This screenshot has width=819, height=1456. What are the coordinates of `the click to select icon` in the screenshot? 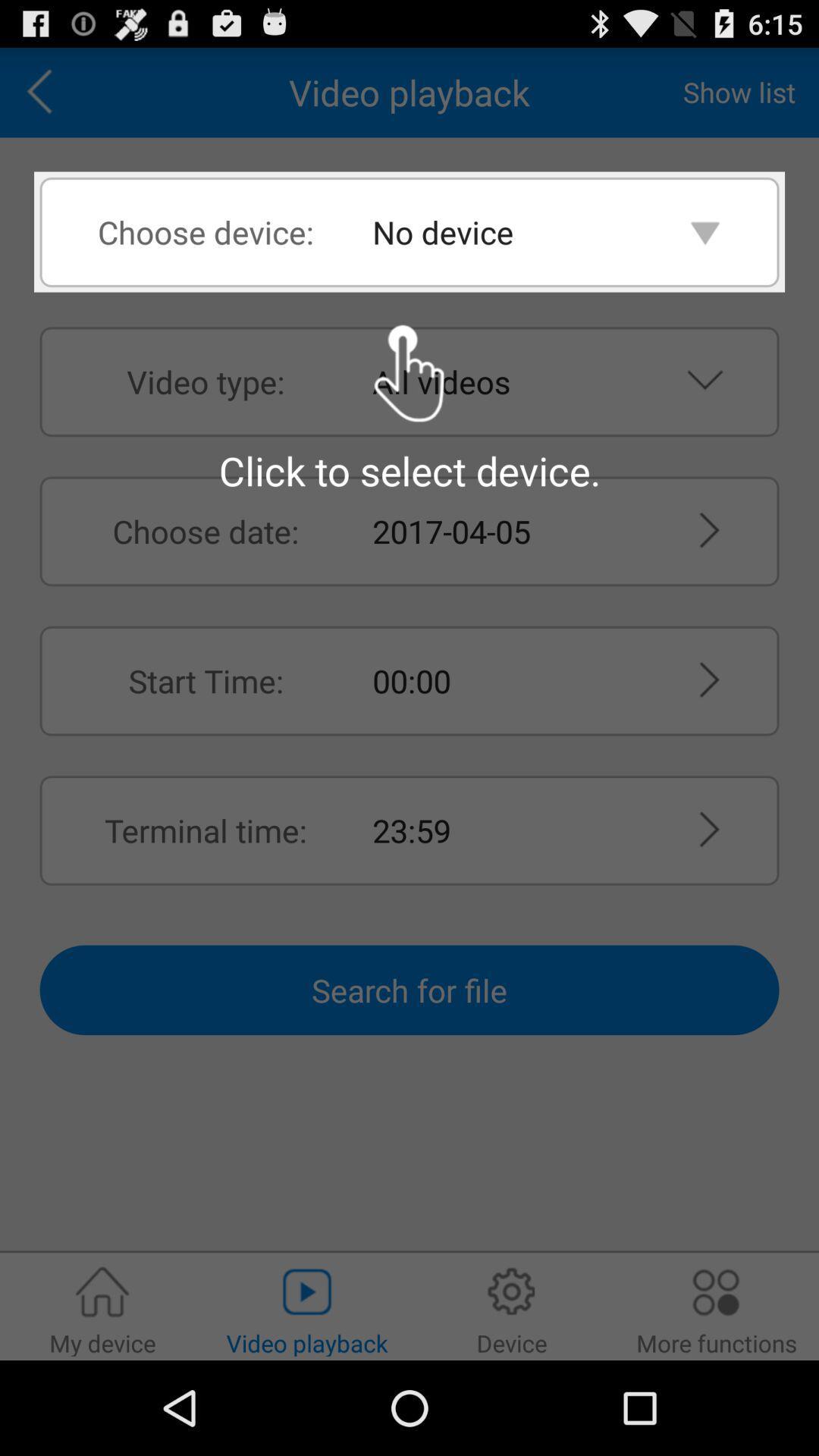 It's located at (409, 374).